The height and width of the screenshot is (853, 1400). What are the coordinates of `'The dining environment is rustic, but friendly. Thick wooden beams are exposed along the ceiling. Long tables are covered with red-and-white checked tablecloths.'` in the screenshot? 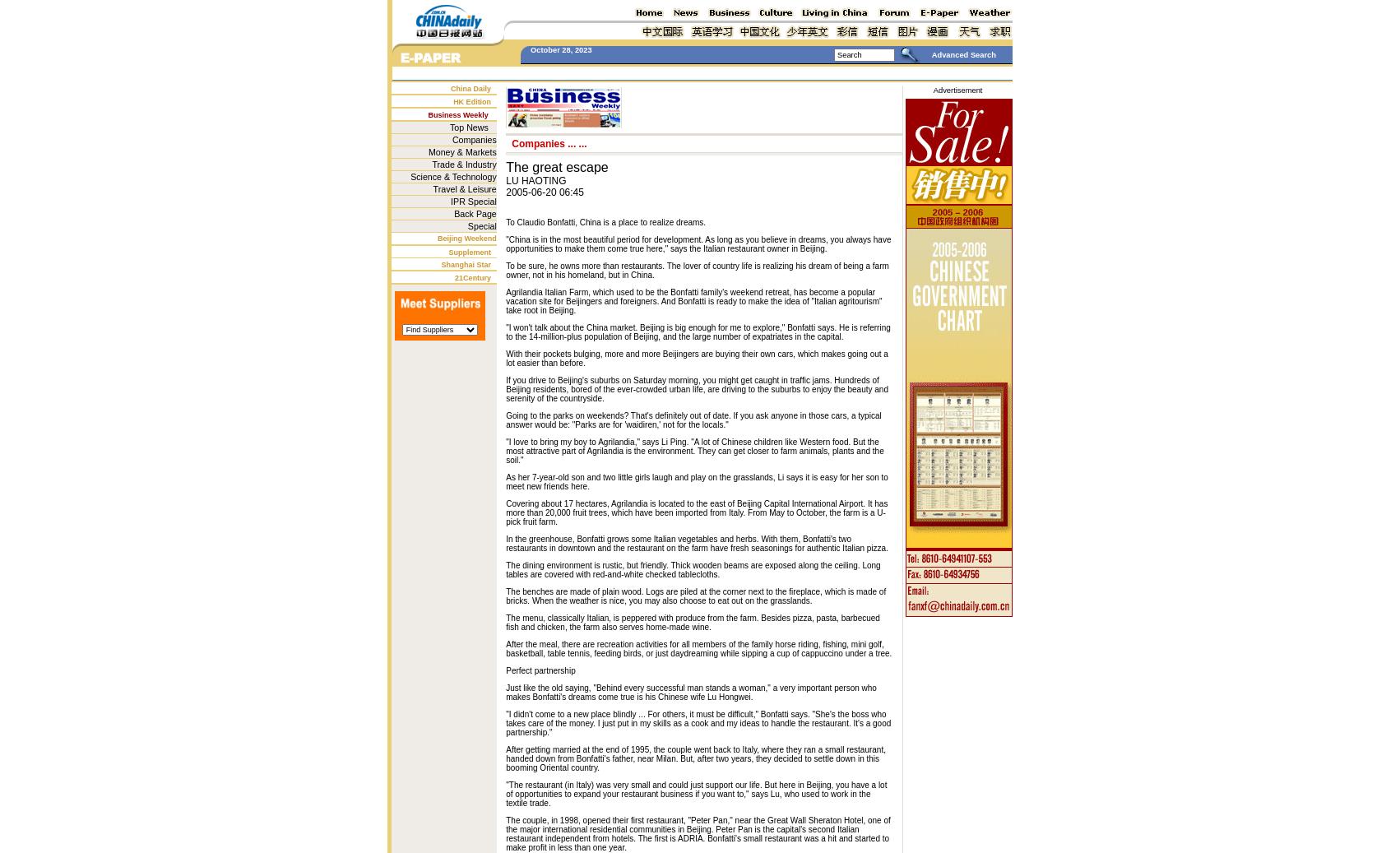 It's located at (505, 570).